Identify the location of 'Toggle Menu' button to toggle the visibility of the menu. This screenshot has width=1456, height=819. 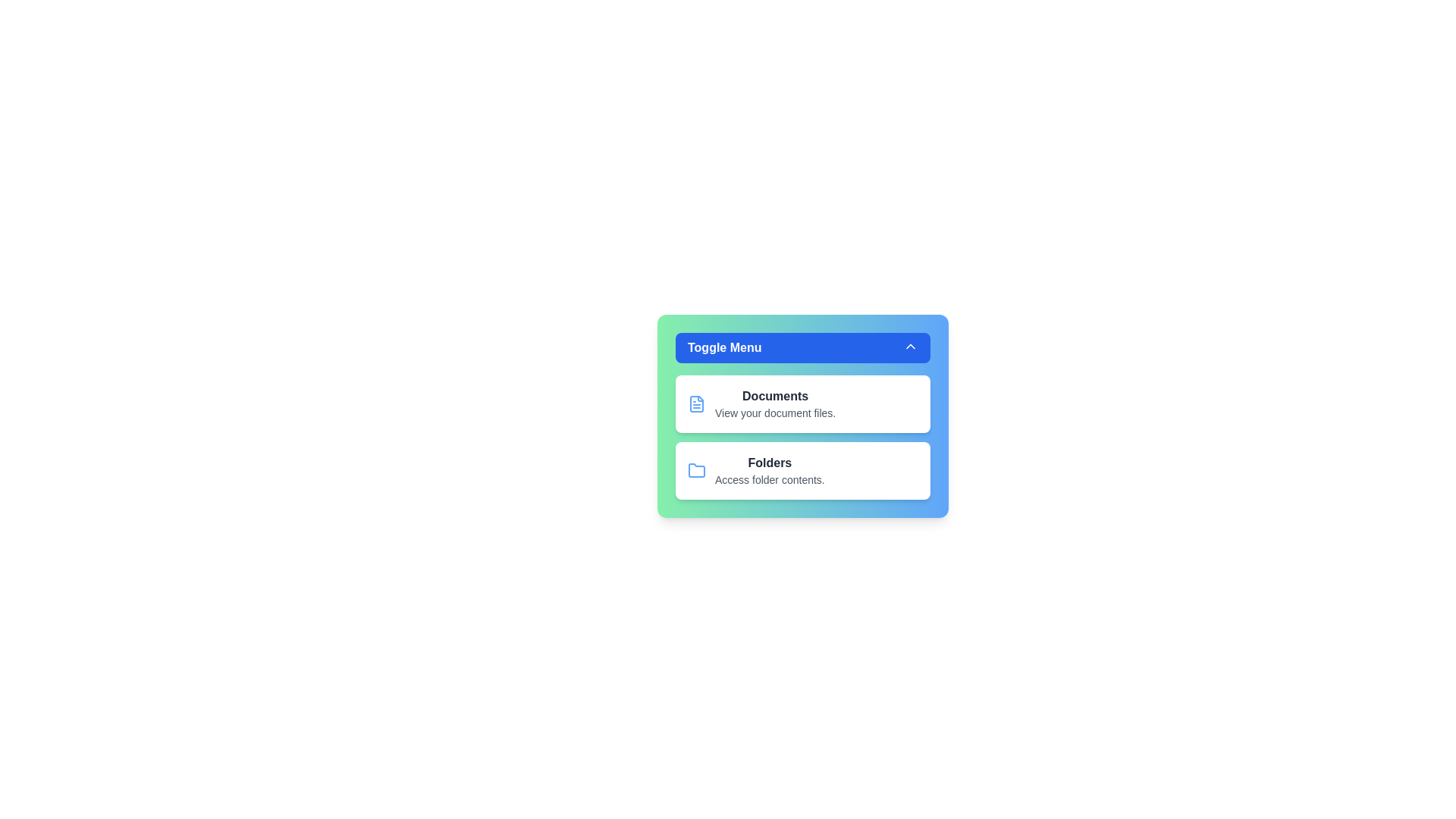
(802, 348).